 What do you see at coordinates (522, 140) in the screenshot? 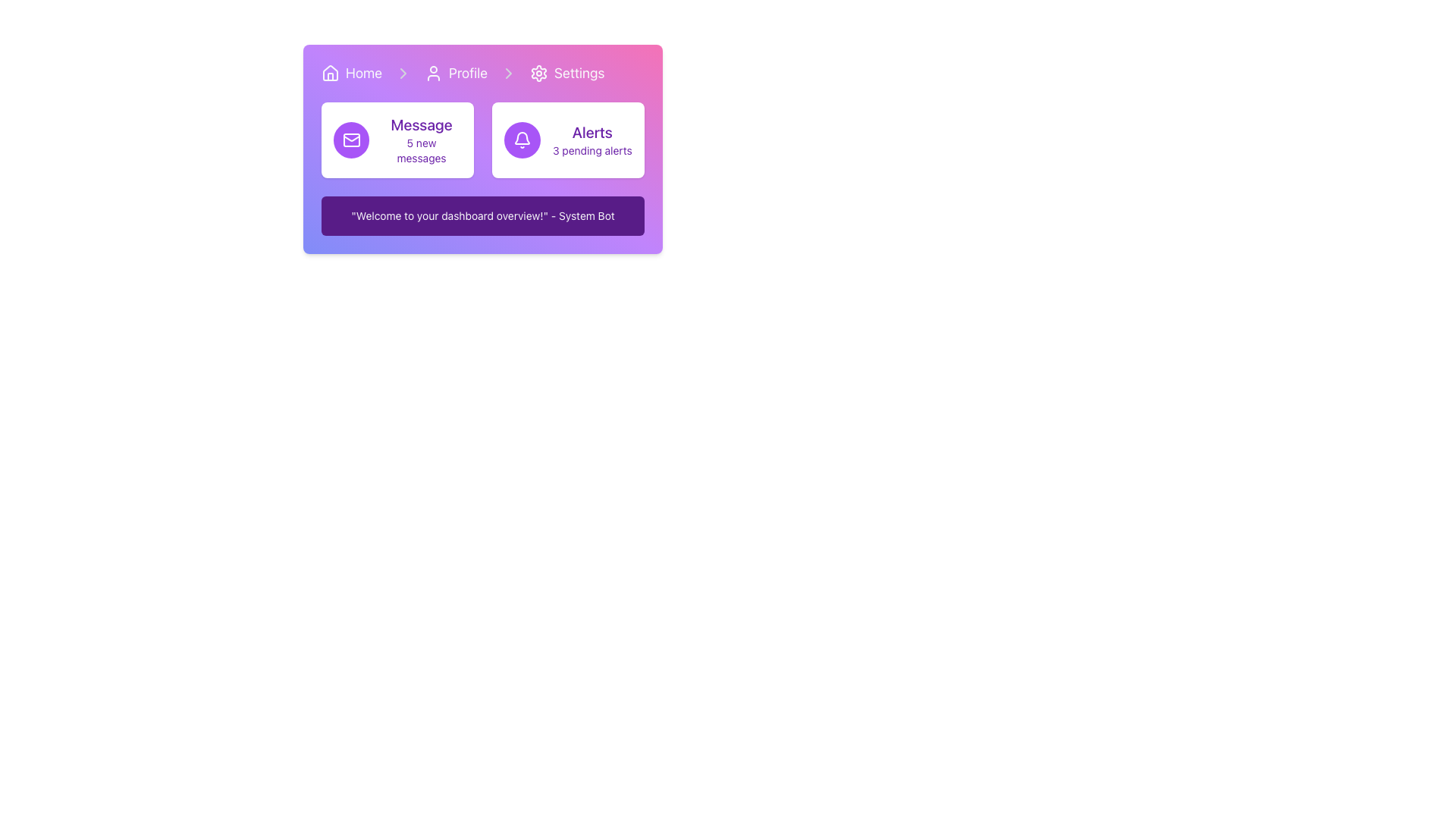
I see `the circular Icon Button with a purple background and a white bell icon, located in the 'Alerts' section` at bounding box center [522, 140].